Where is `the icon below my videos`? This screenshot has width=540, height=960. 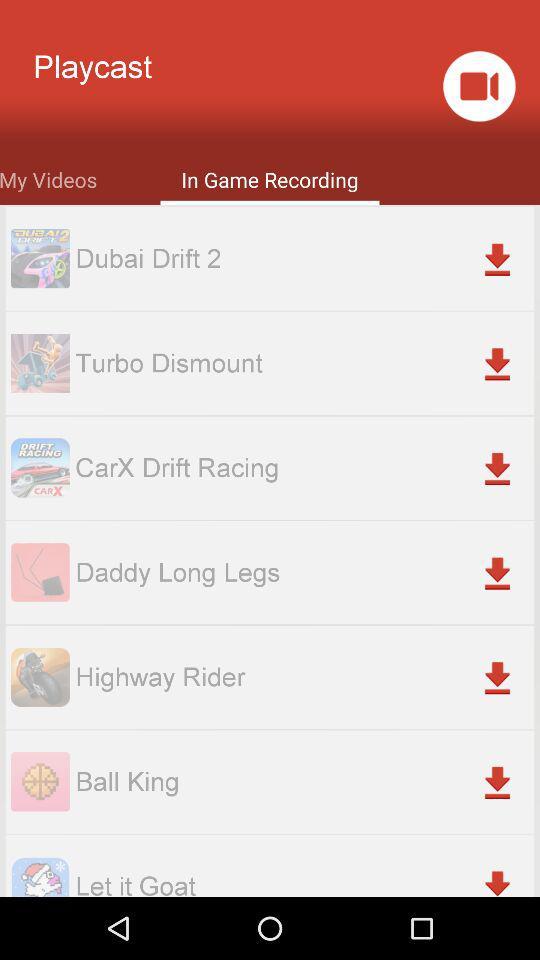
the icon below my videos is located at coordinates (303, 257).